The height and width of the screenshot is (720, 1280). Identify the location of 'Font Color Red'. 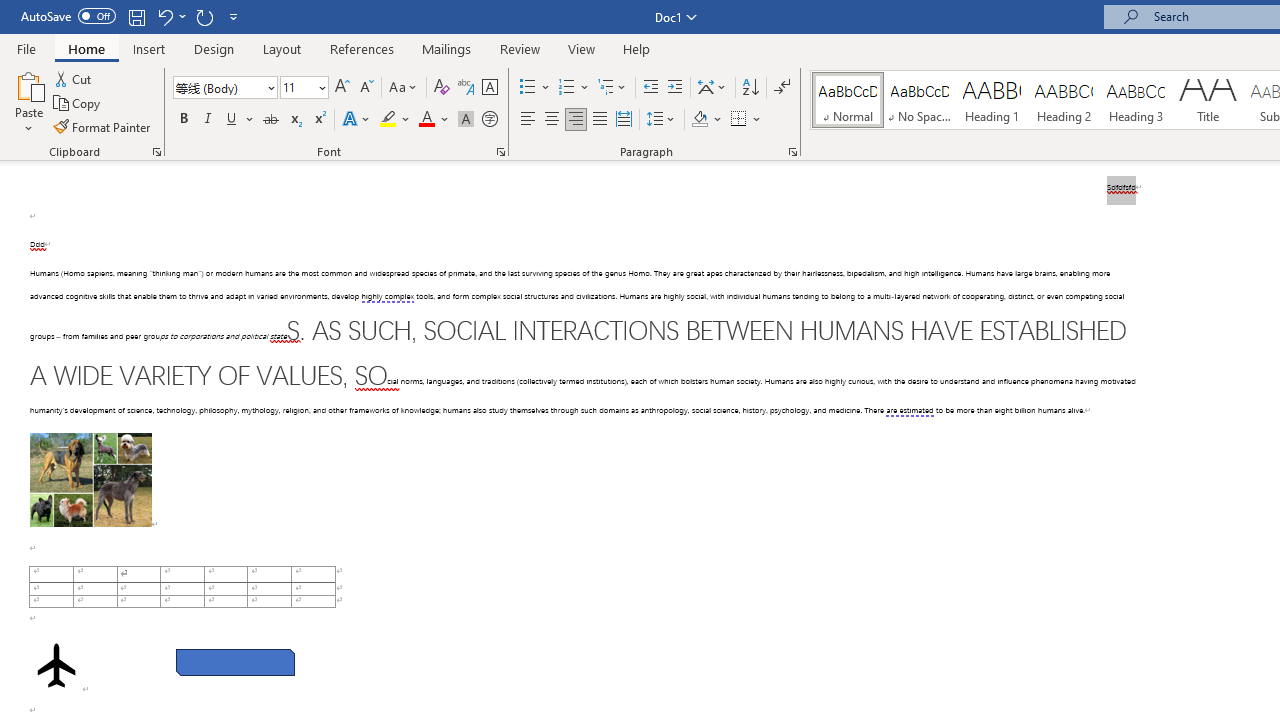
(425, 119).